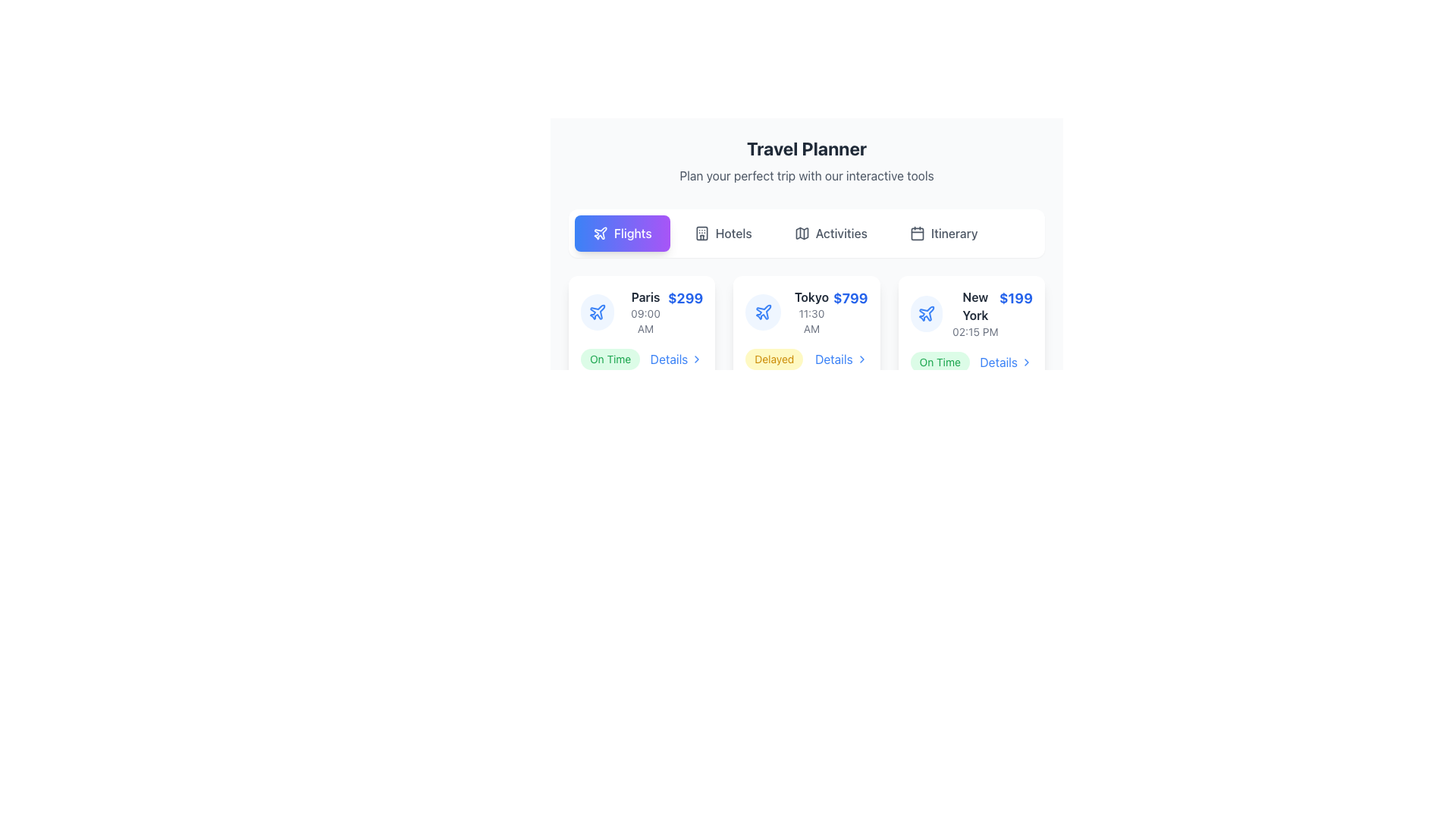 The width and height of the screenshot is (1456, 819). What do you see at coordinates (763, 312) in the screenshot?
I see `the airplane icon representing flights to Tokyo, located in the upper-left portion of the flight card, to interact with flight-related elements` at bounding box center [763, 312].